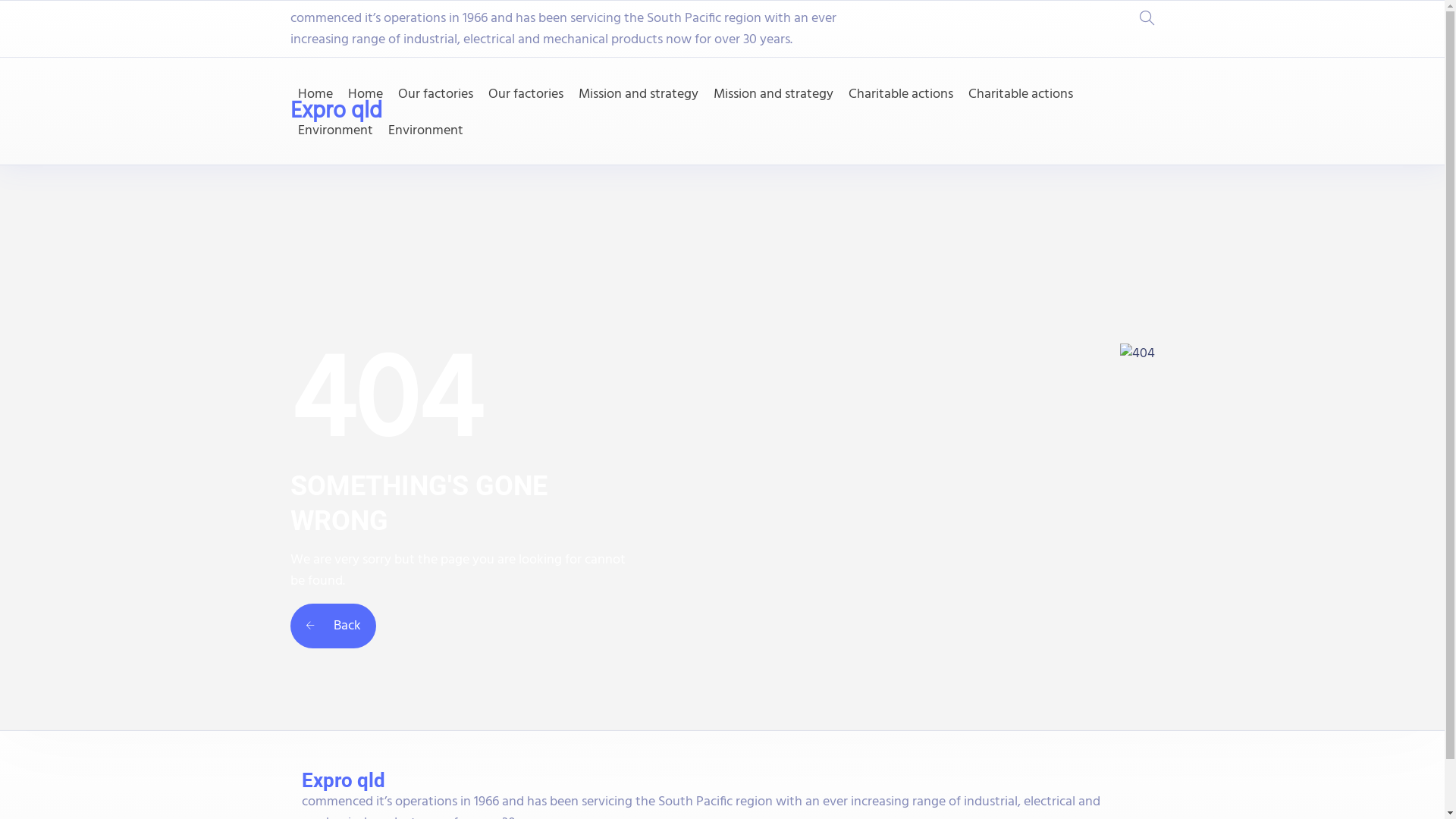 This screenshot has height=819, width=1456. I want to click on 'Charitable actions', so click(1019, 94).